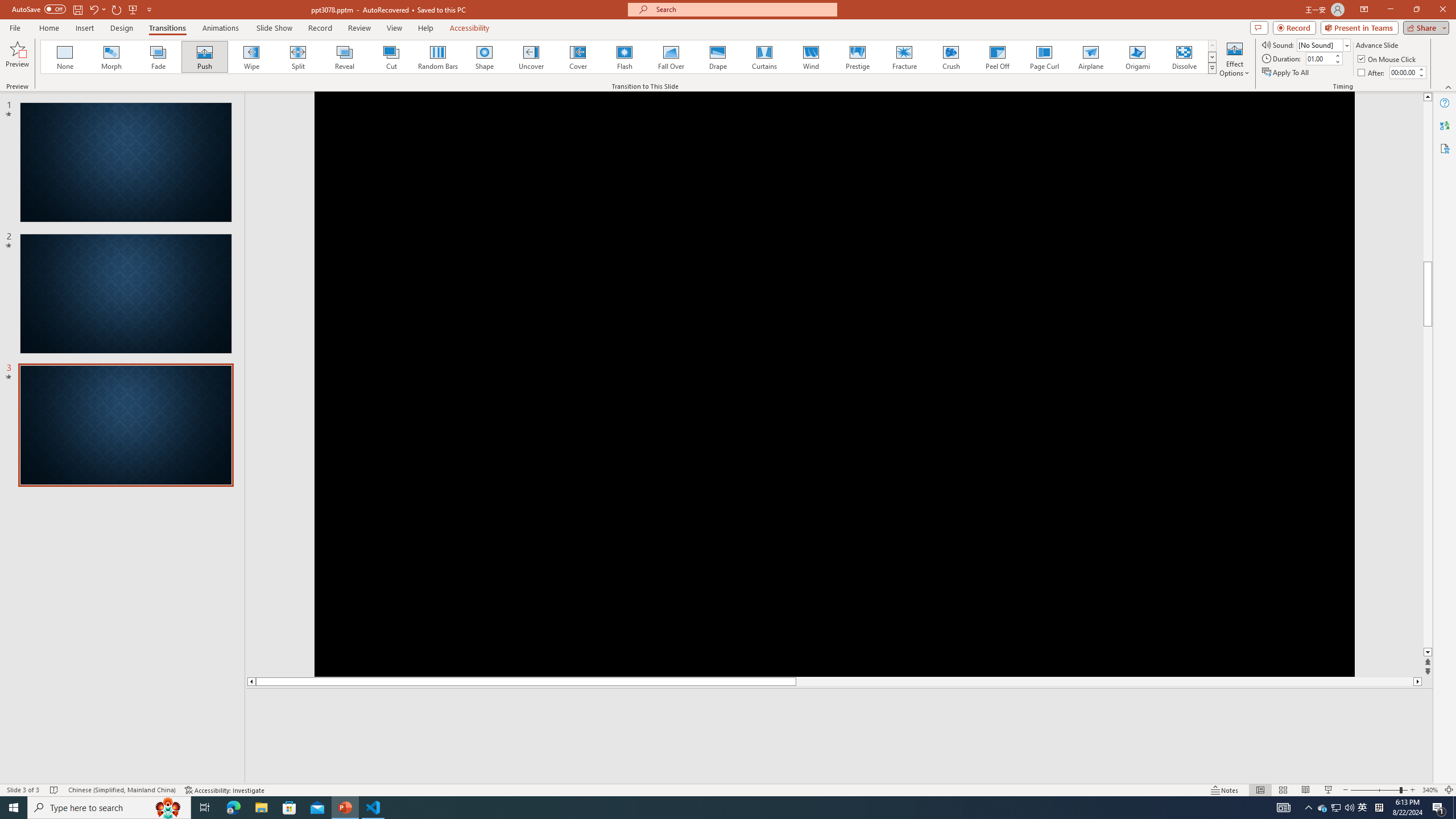  Describe the element at coordinates (1136, 56) in the screenshot. I see `'Origami'` at that location.